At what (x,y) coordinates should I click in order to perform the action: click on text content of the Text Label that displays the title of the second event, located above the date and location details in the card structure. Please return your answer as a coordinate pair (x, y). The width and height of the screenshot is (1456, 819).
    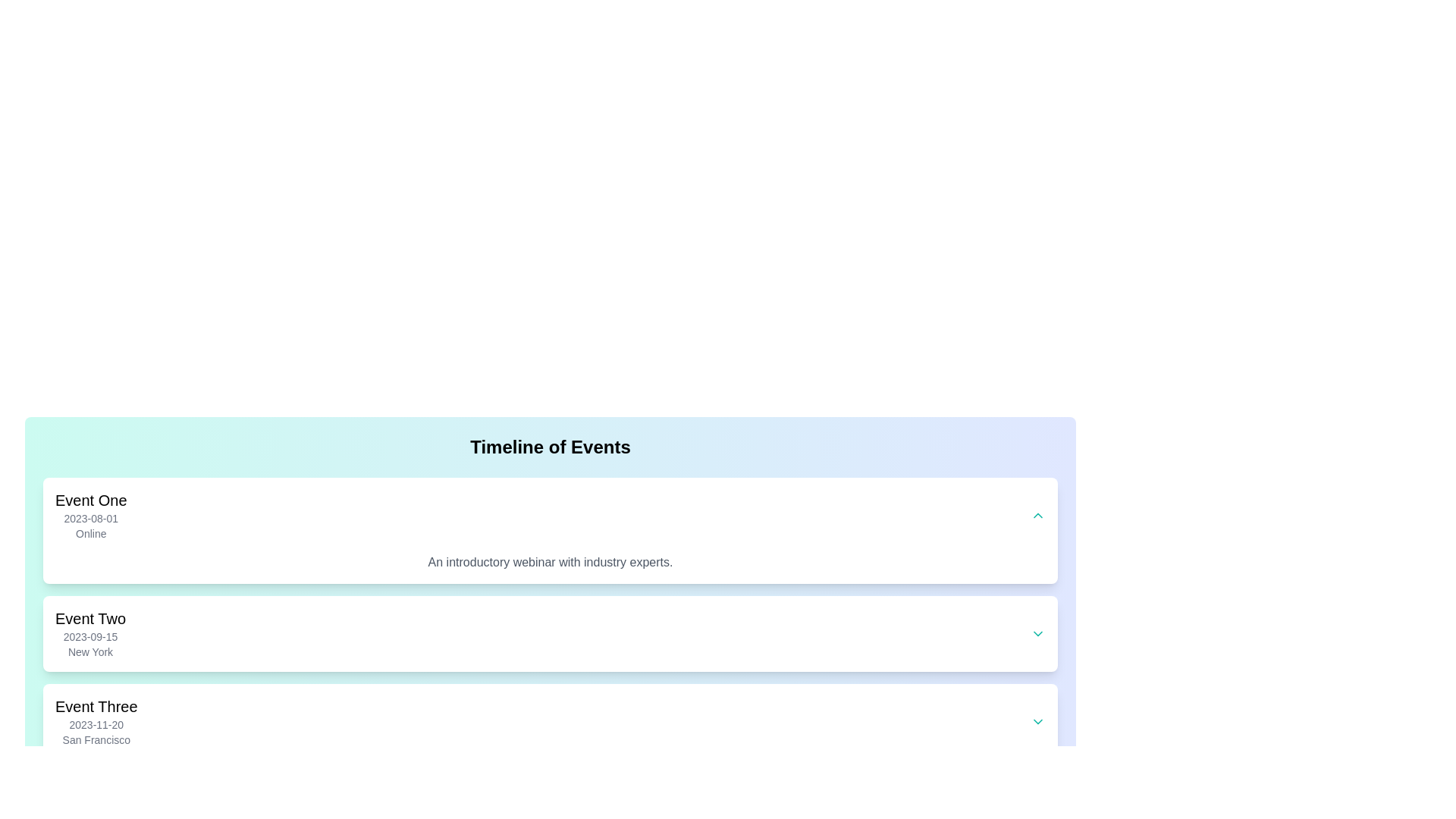
    Looking at the image, I should click on (89, 619).